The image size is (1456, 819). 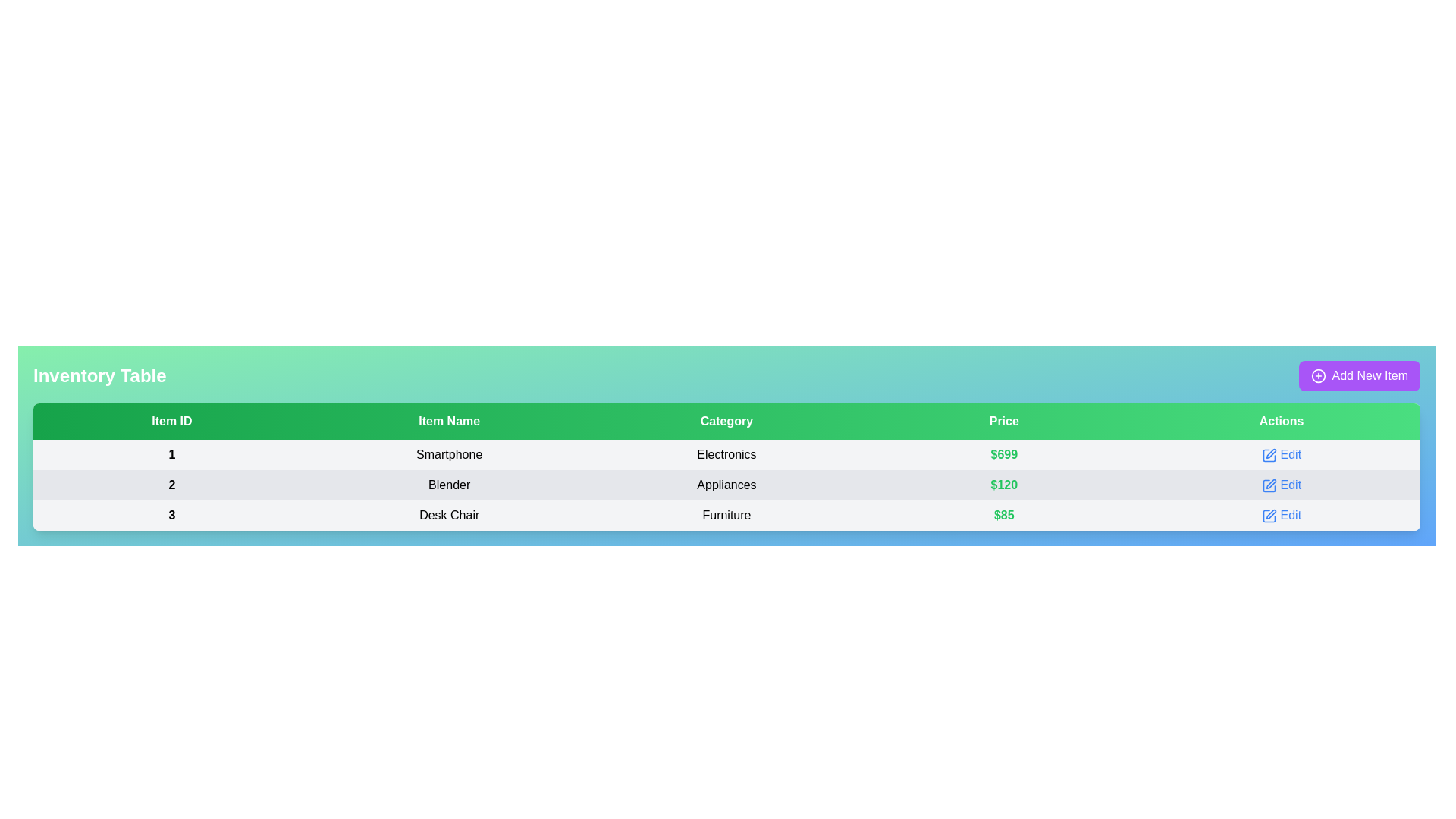 What do you see at coordinates (448, 485) in the screenshot?
I see `the text label displaying the name of an item in the second row of the table under the 'Item Name' column` at bounding box center [448, 485].